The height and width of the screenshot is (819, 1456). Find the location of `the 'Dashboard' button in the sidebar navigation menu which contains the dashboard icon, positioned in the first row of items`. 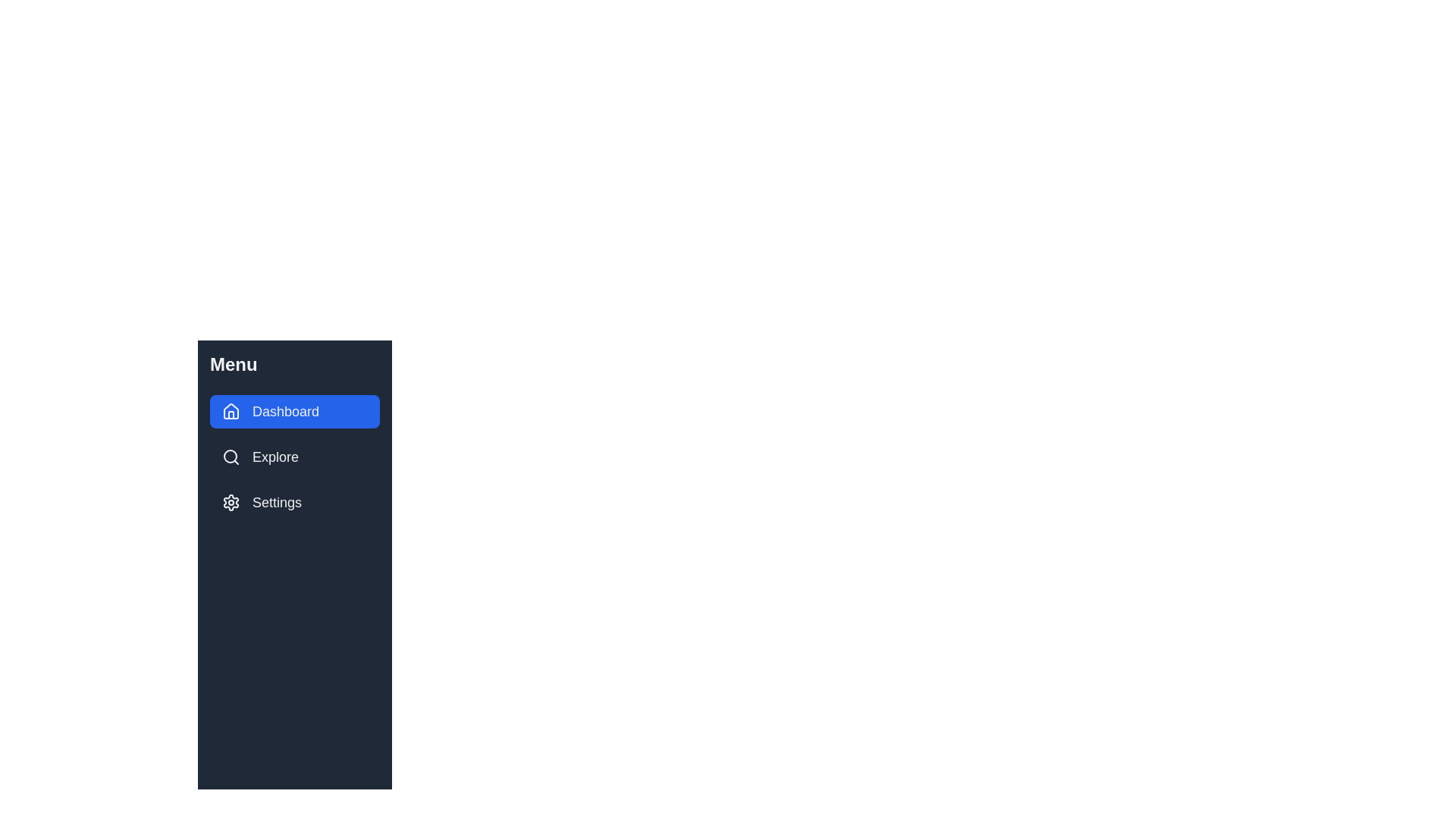

the 'Dashboard' button in the sidebar navigation menu which contains the dashboard icon, positioned in the first row of items is located at coordinates (231, 411).